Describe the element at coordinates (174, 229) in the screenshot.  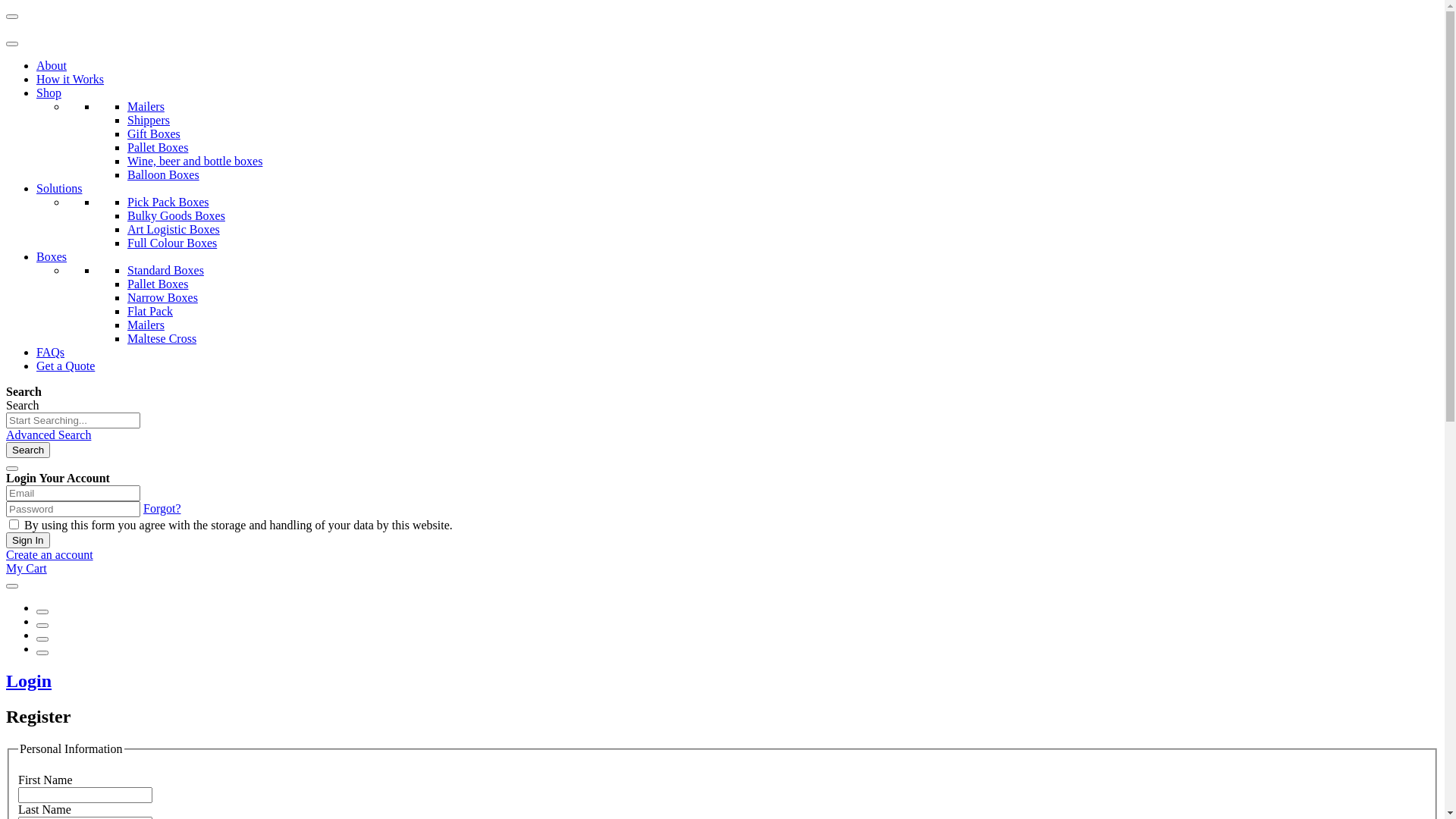
I see `'Art Logistic Boxes'` at that location.